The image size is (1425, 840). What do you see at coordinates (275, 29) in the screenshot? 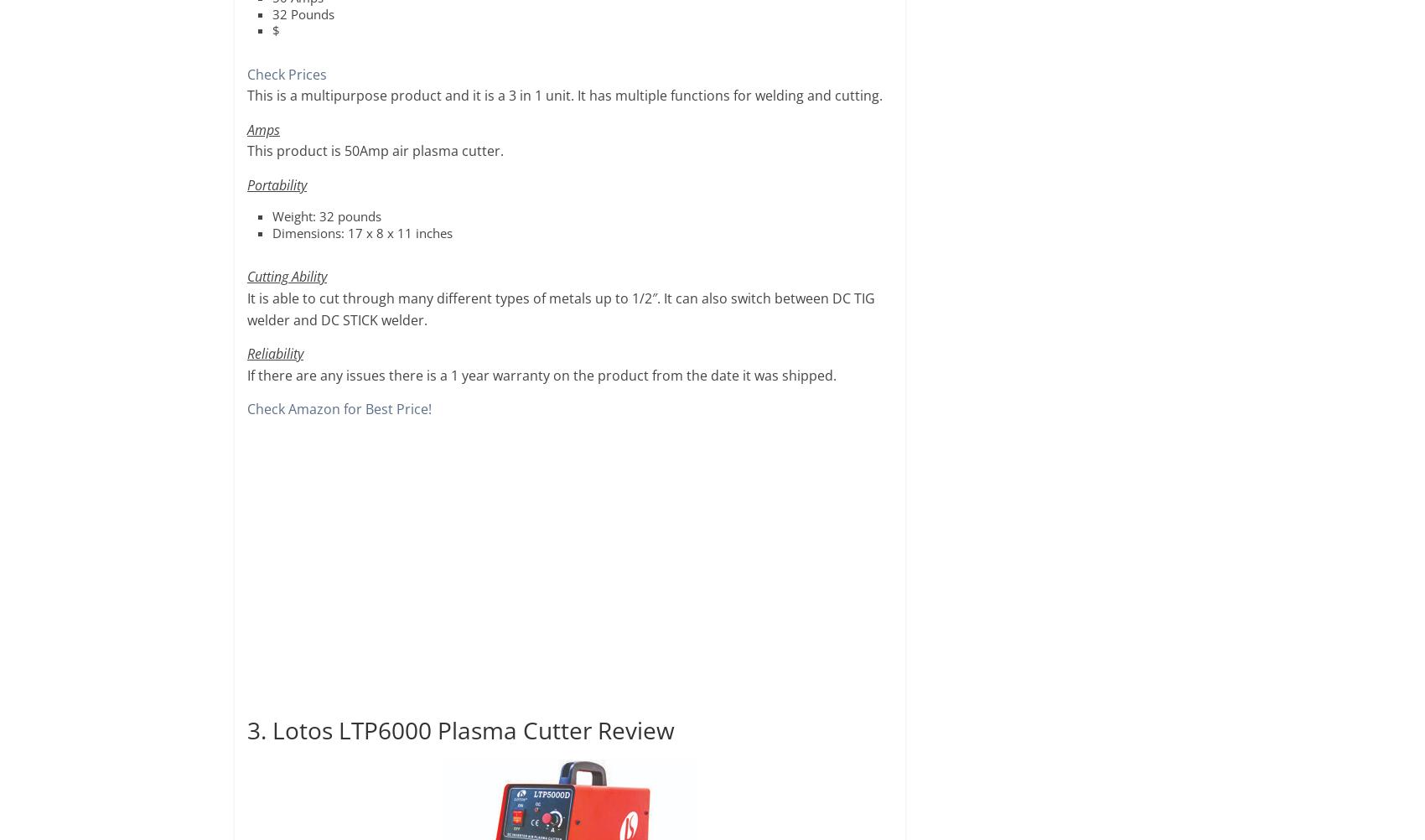
I see `'$'` at bounding box center [275, 29].